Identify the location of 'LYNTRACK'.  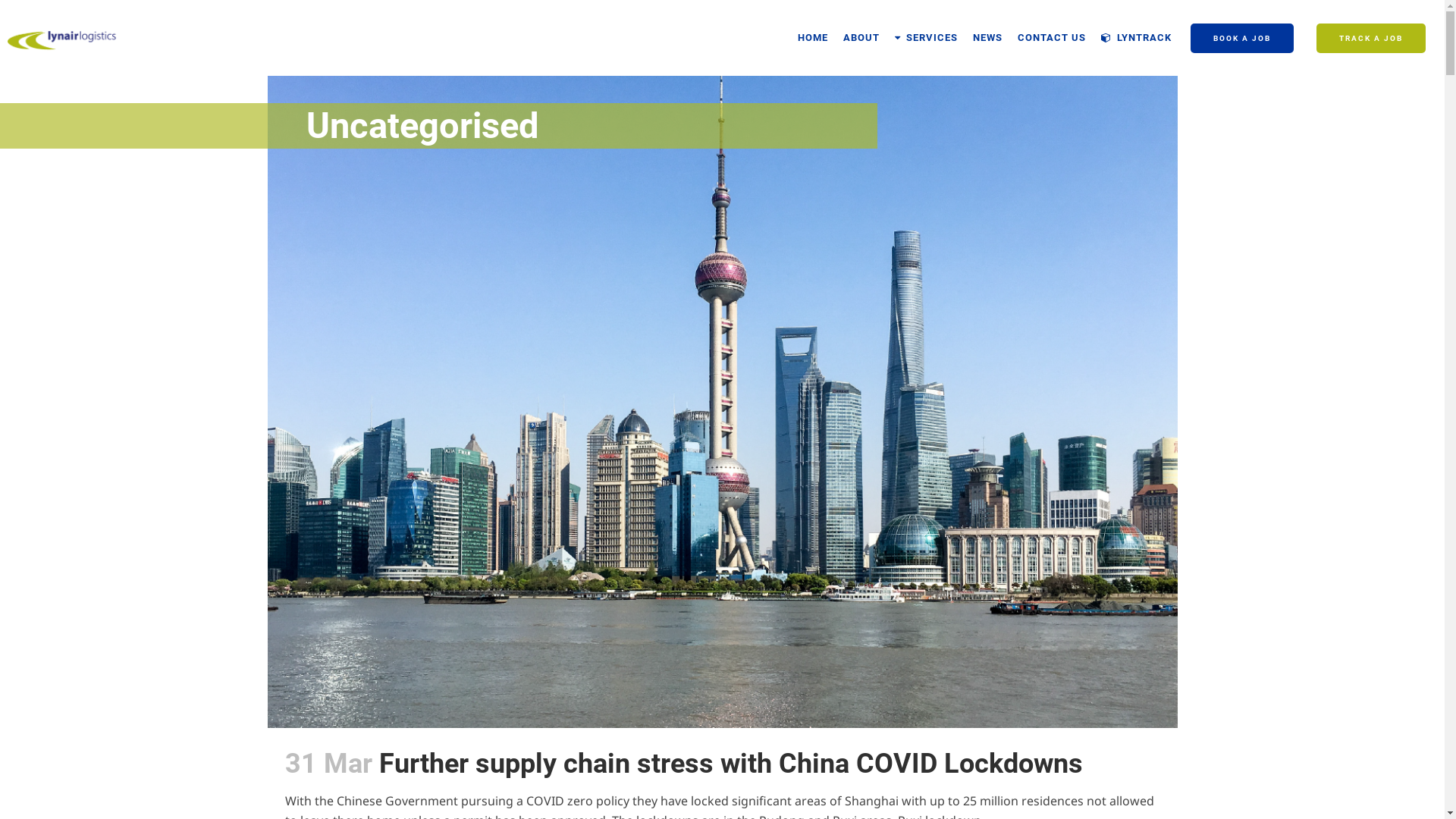
(1136, 37).